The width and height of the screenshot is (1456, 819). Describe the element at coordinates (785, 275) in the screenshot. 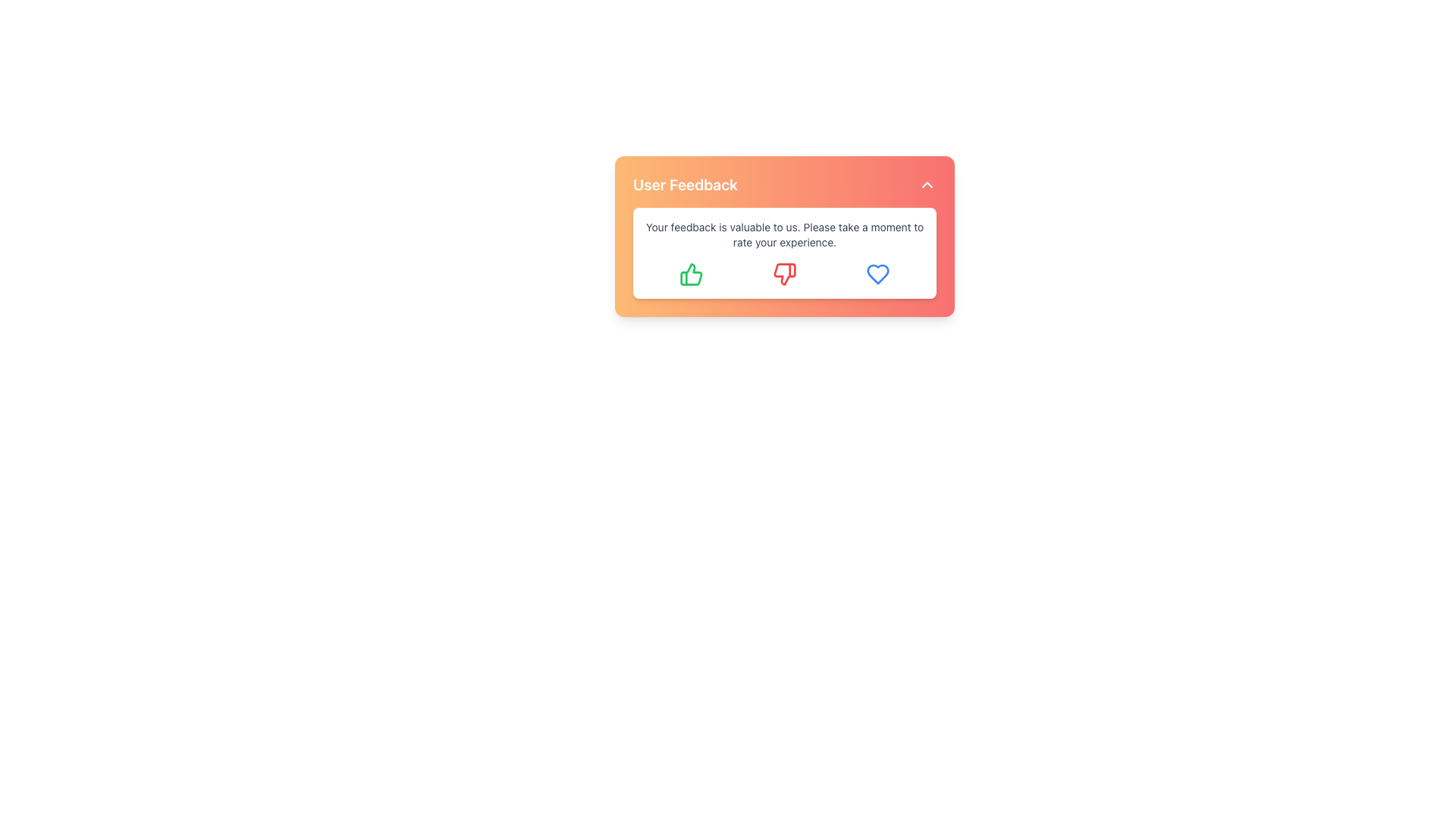

I see `the middle thumbs-down icon within the user feedback card to give negative feedback` at that location.